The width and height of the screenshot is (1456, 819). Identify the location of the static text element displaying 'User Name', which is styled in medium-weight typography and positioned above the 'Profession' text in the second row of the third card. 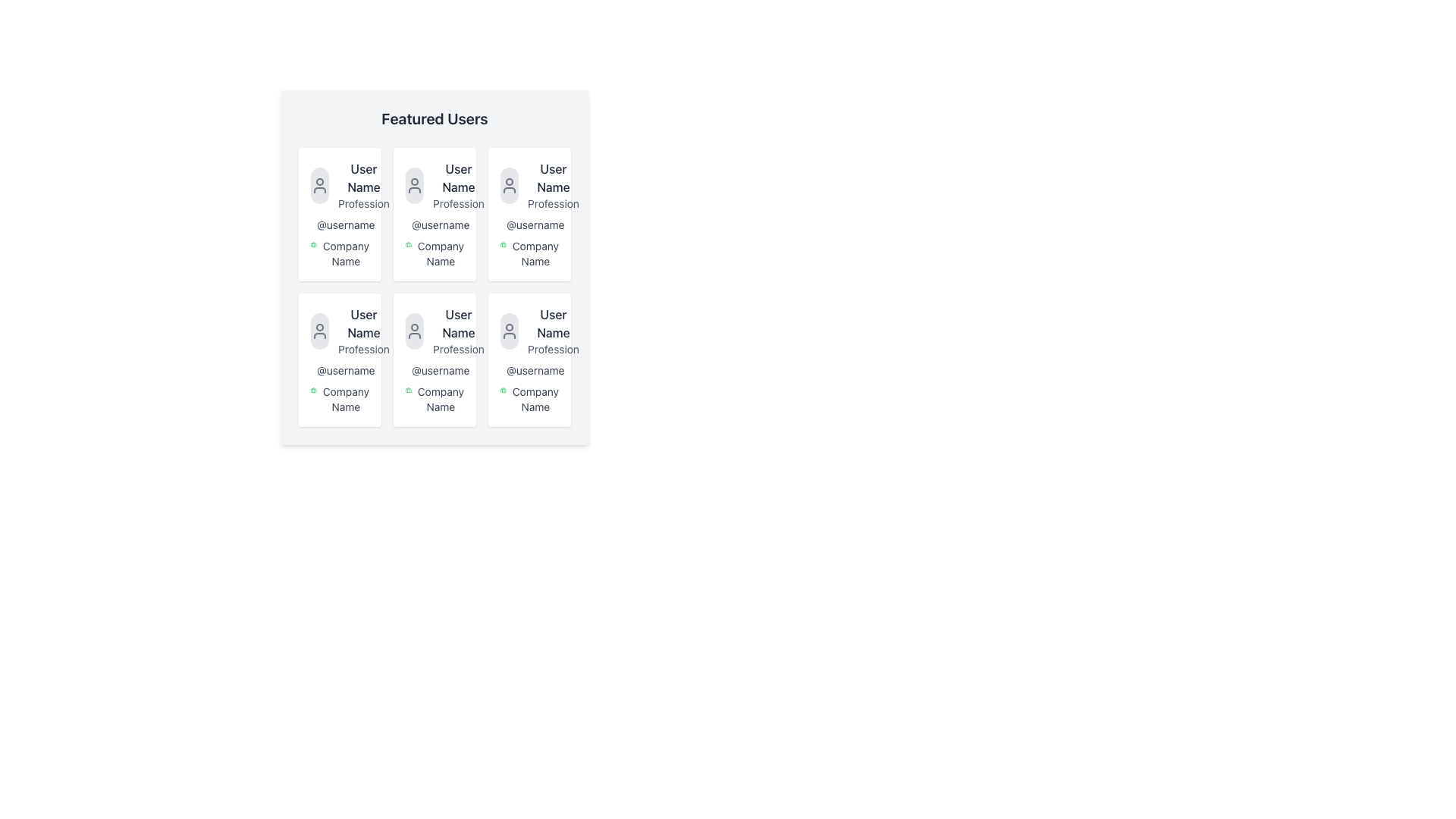
(364, 323).